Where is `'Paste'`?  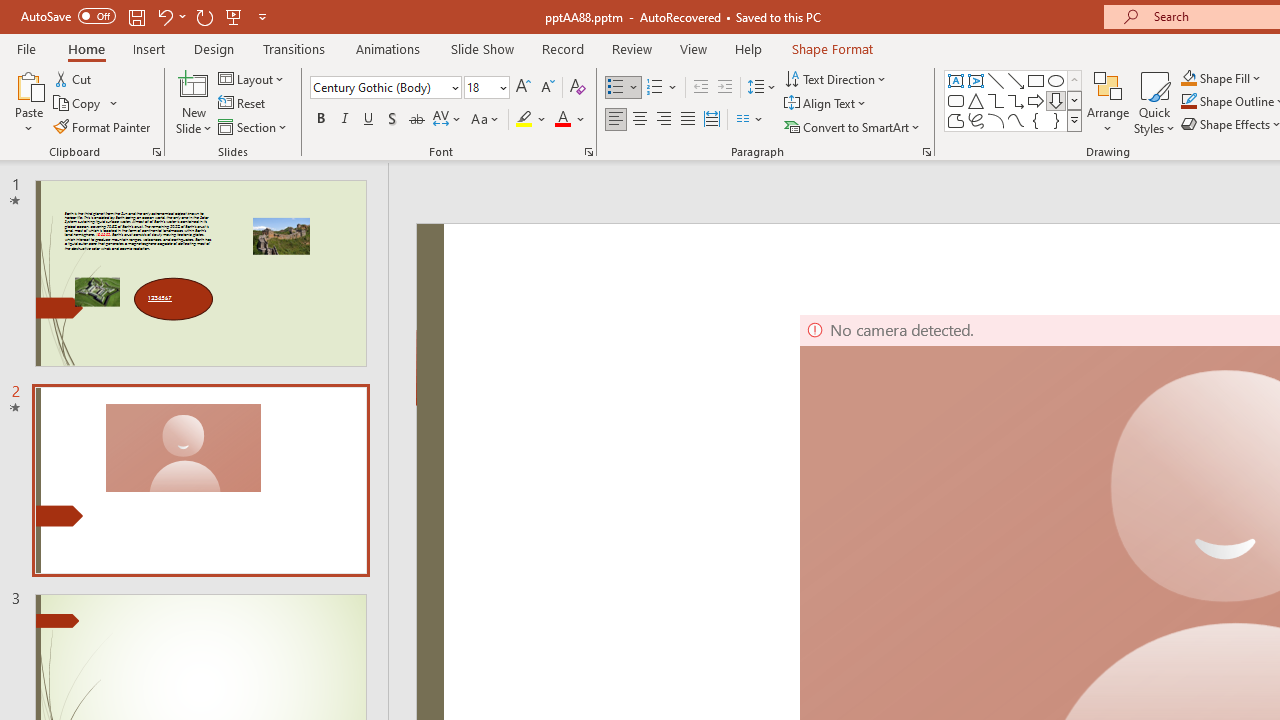 'Paste' is located at coordinates (28, 84).